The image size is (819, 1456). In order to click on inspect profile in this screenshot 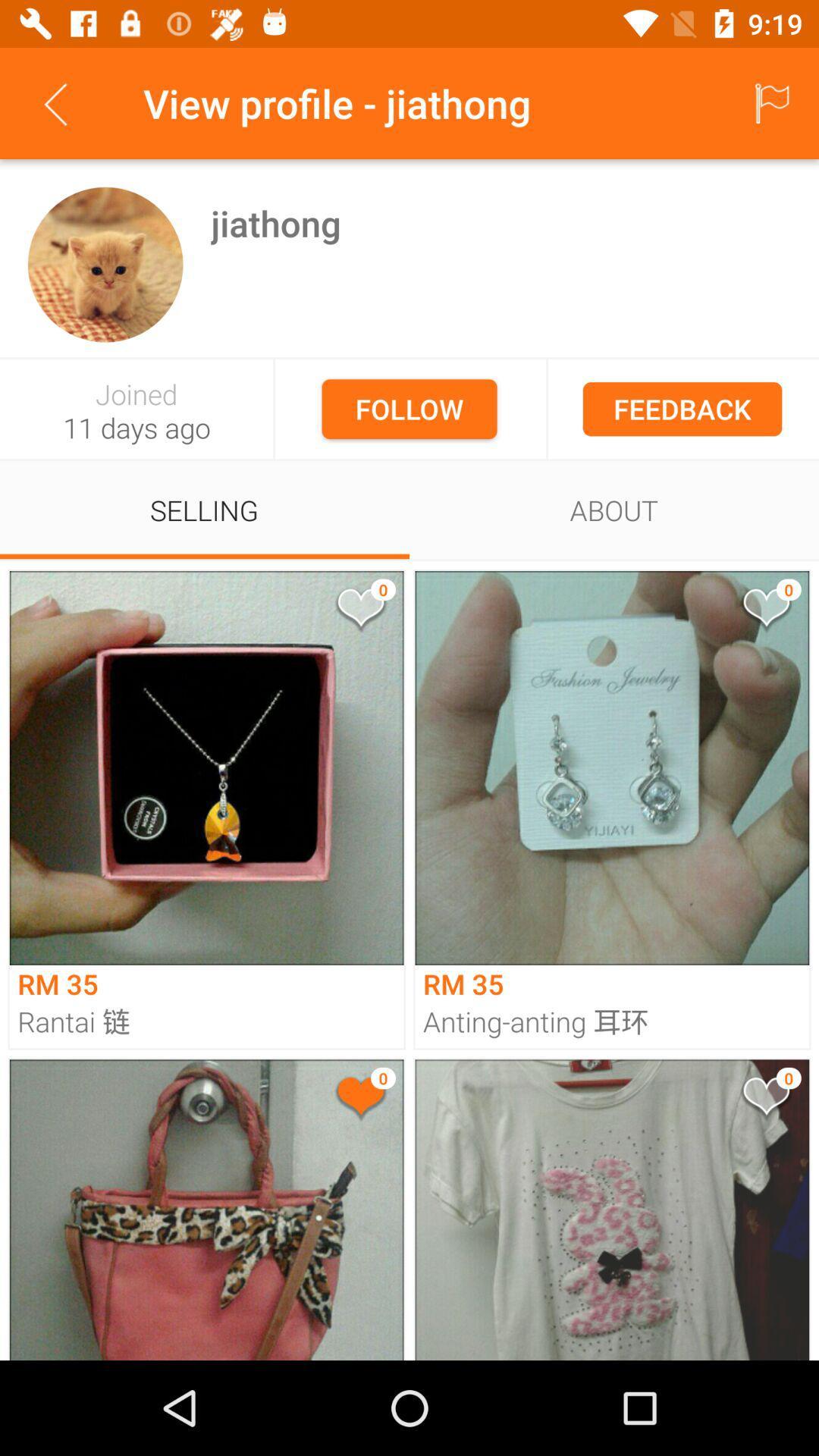, I will do `click(105, 265)`.